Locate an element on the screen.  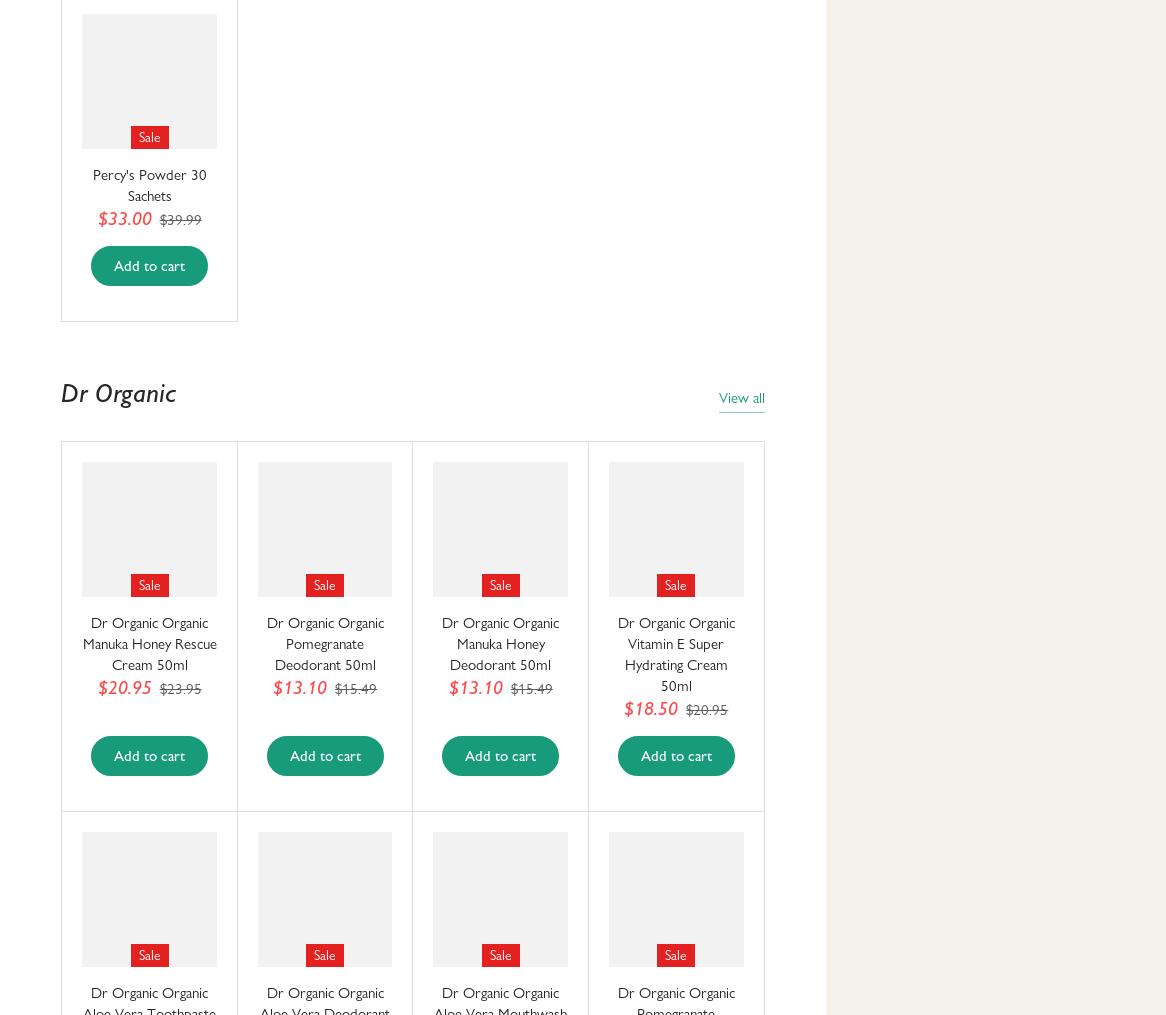
'Dr Organic Organic Vitamin E Super Hydrating Cream 50ml' is located at coordinates (674, 654).